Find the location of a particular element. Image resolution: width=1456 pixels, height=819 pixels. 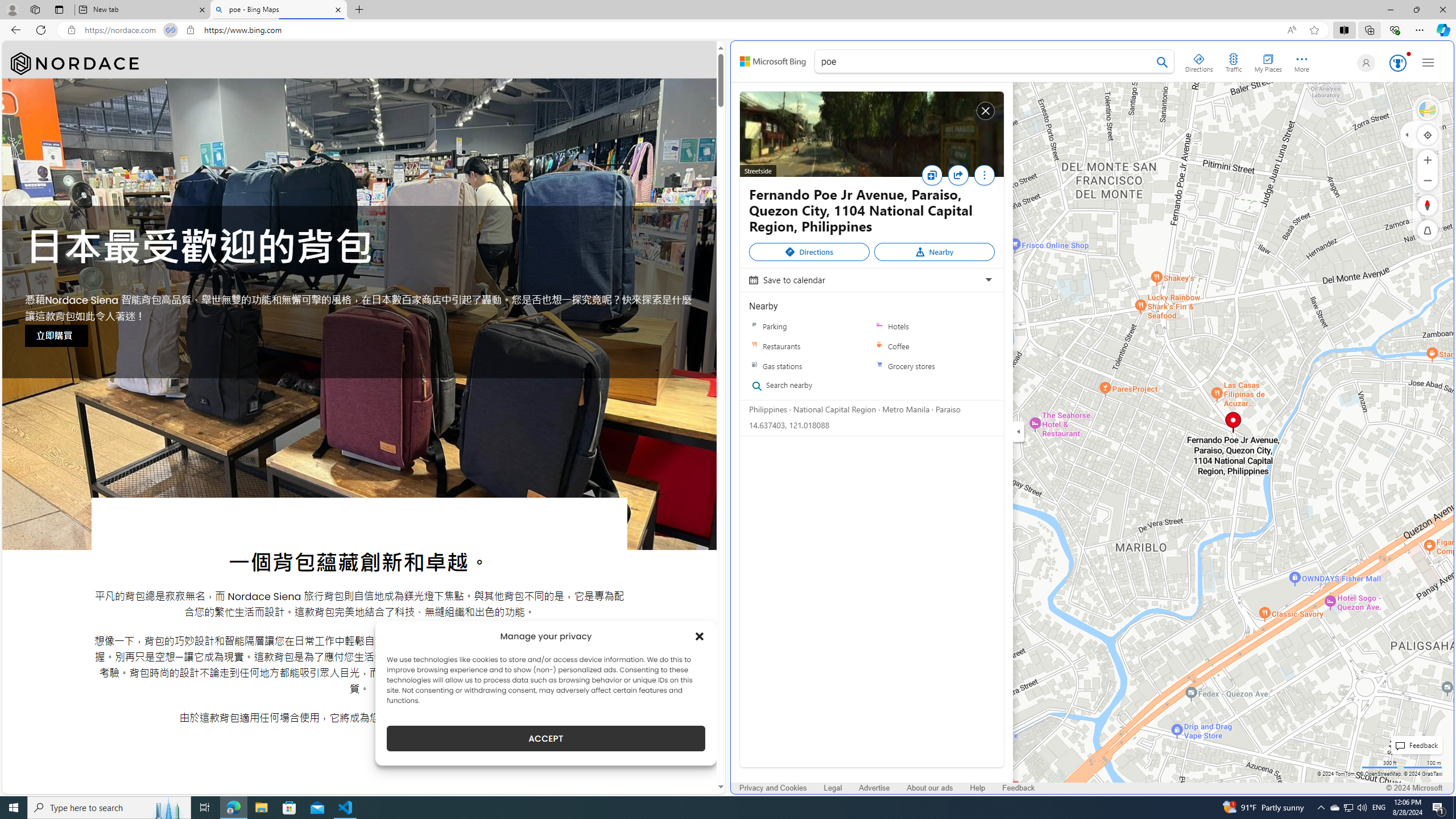

'Add a search' is located at coordinates (986, 61).